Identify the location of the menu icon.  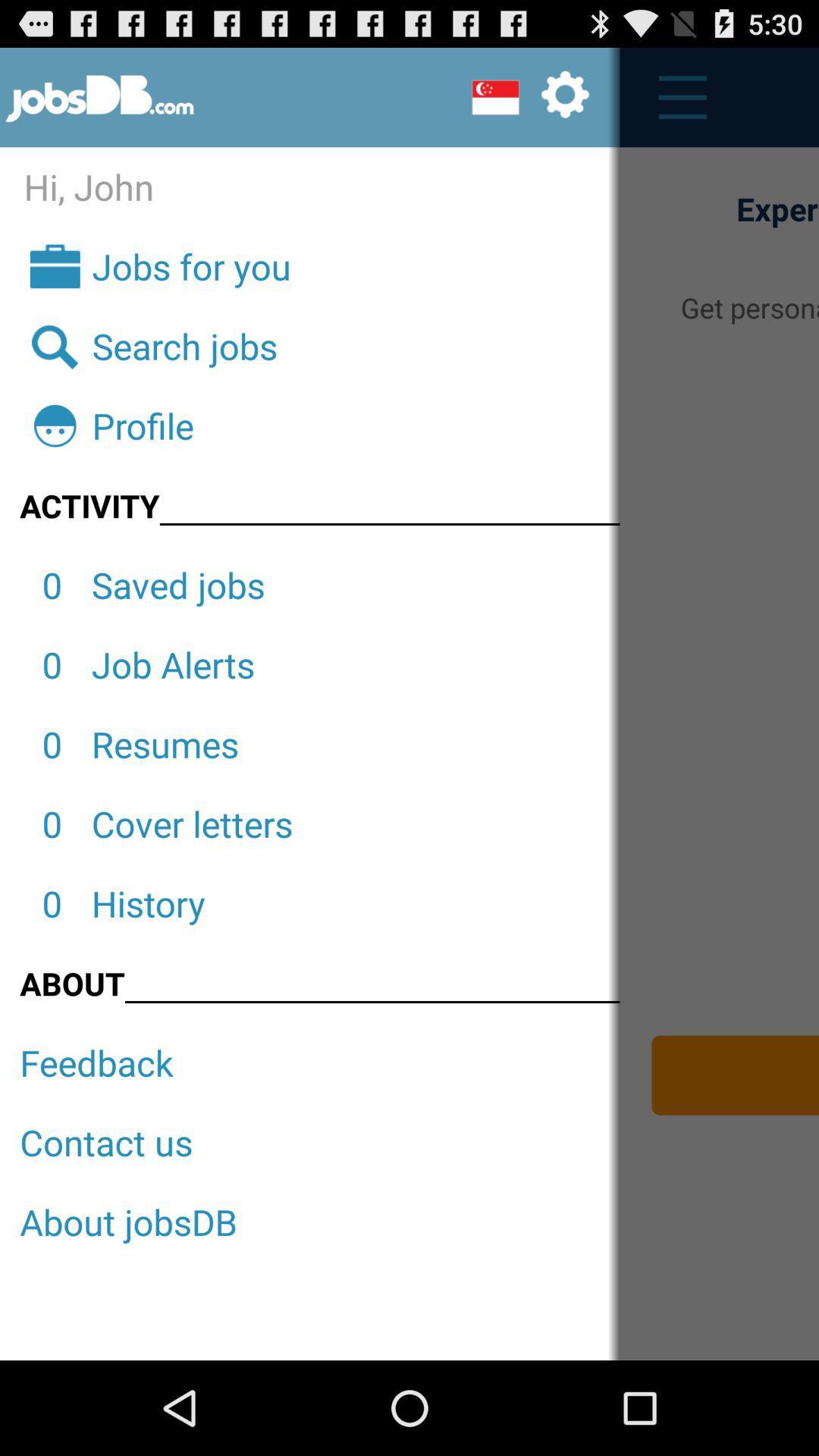
(673, 104).